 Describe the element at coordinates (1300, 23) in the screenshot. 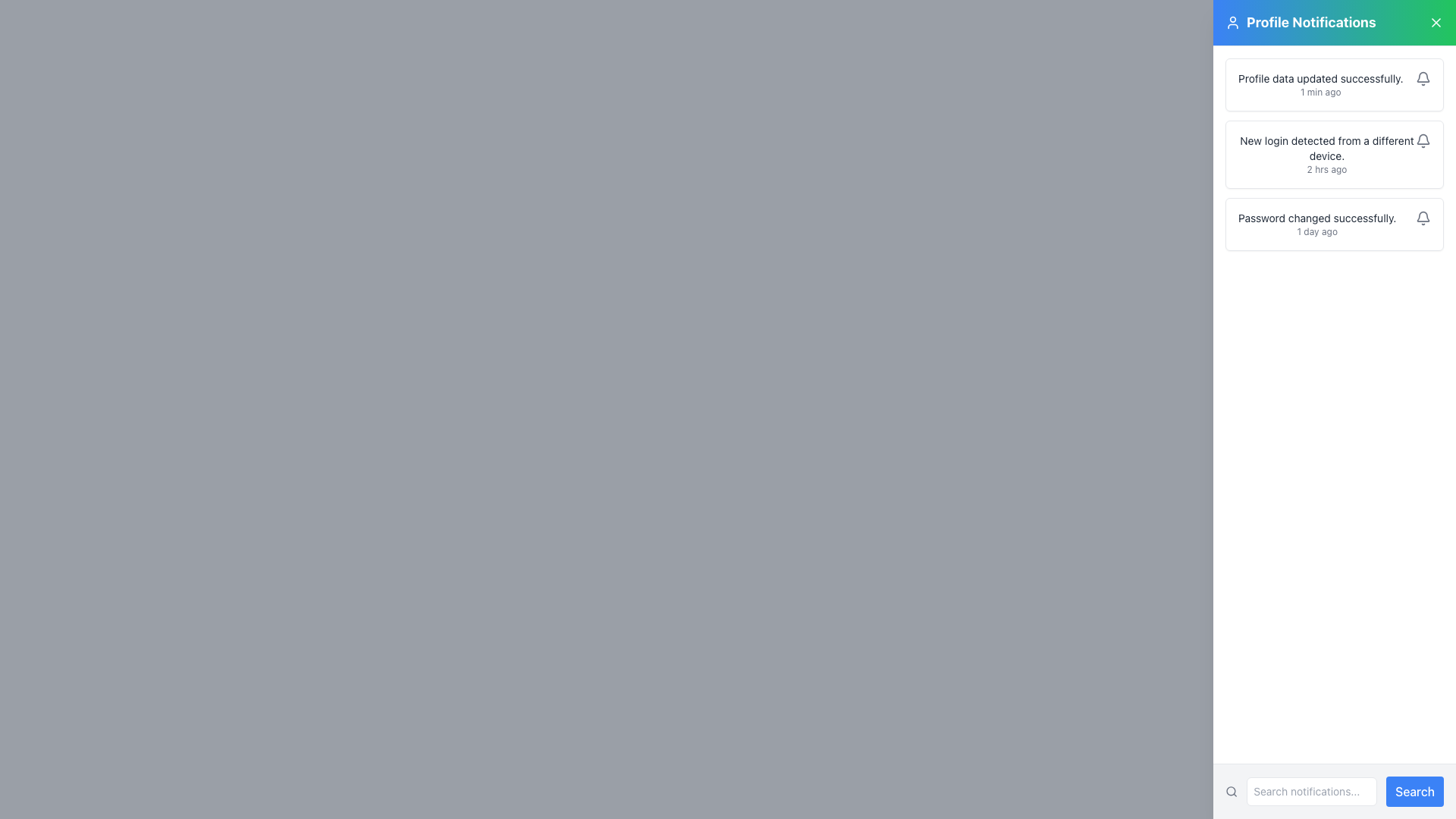

I see `the text block with icon that serves as the title for the notification panel, located in the top-right corner of the interface` at that location.